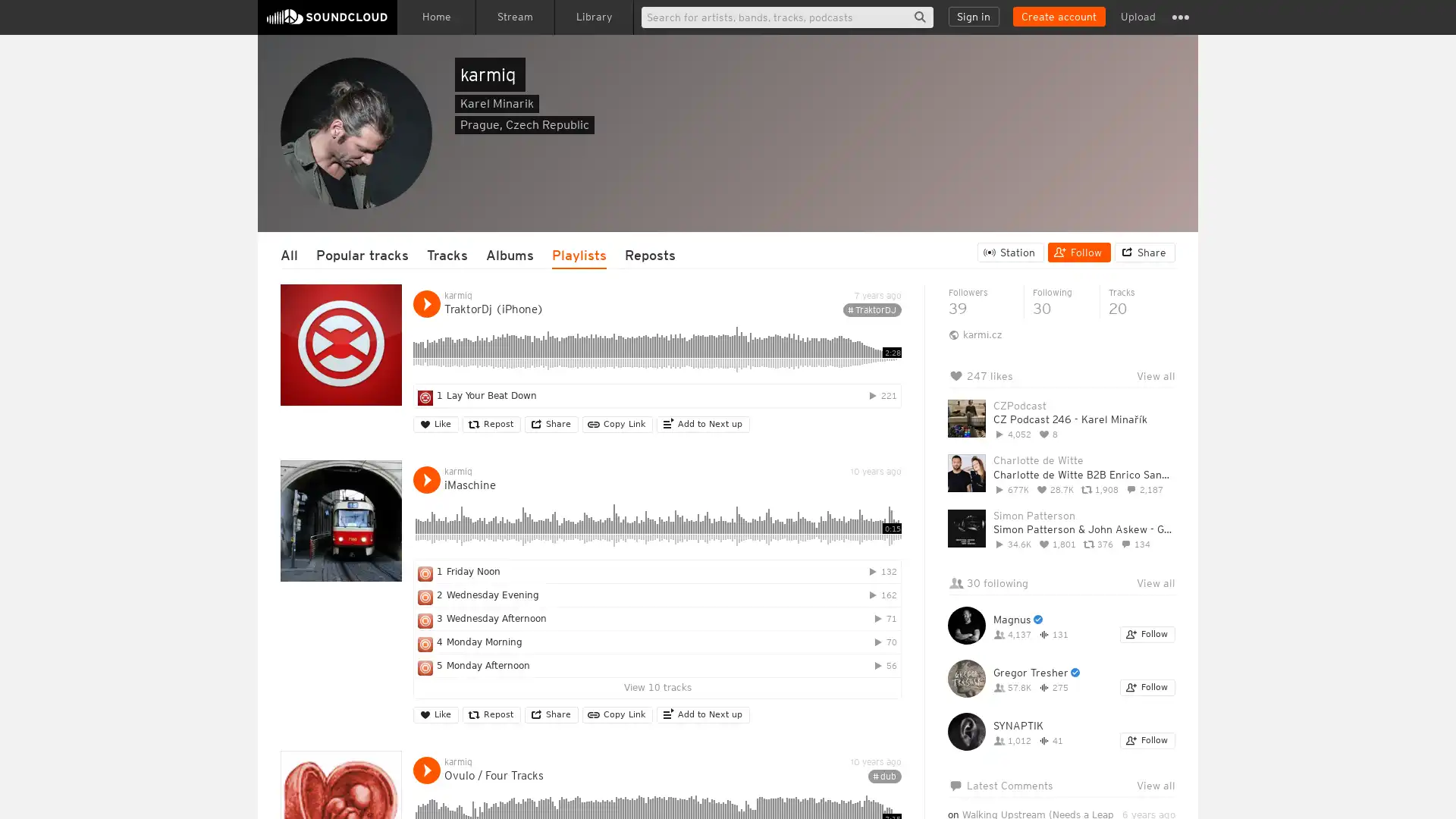 Image resolution: width=1456 pixels, height=819 pixels. Describe the element at coordinates (617, 714) in the screenshot. I see `Copy Link` at that location.